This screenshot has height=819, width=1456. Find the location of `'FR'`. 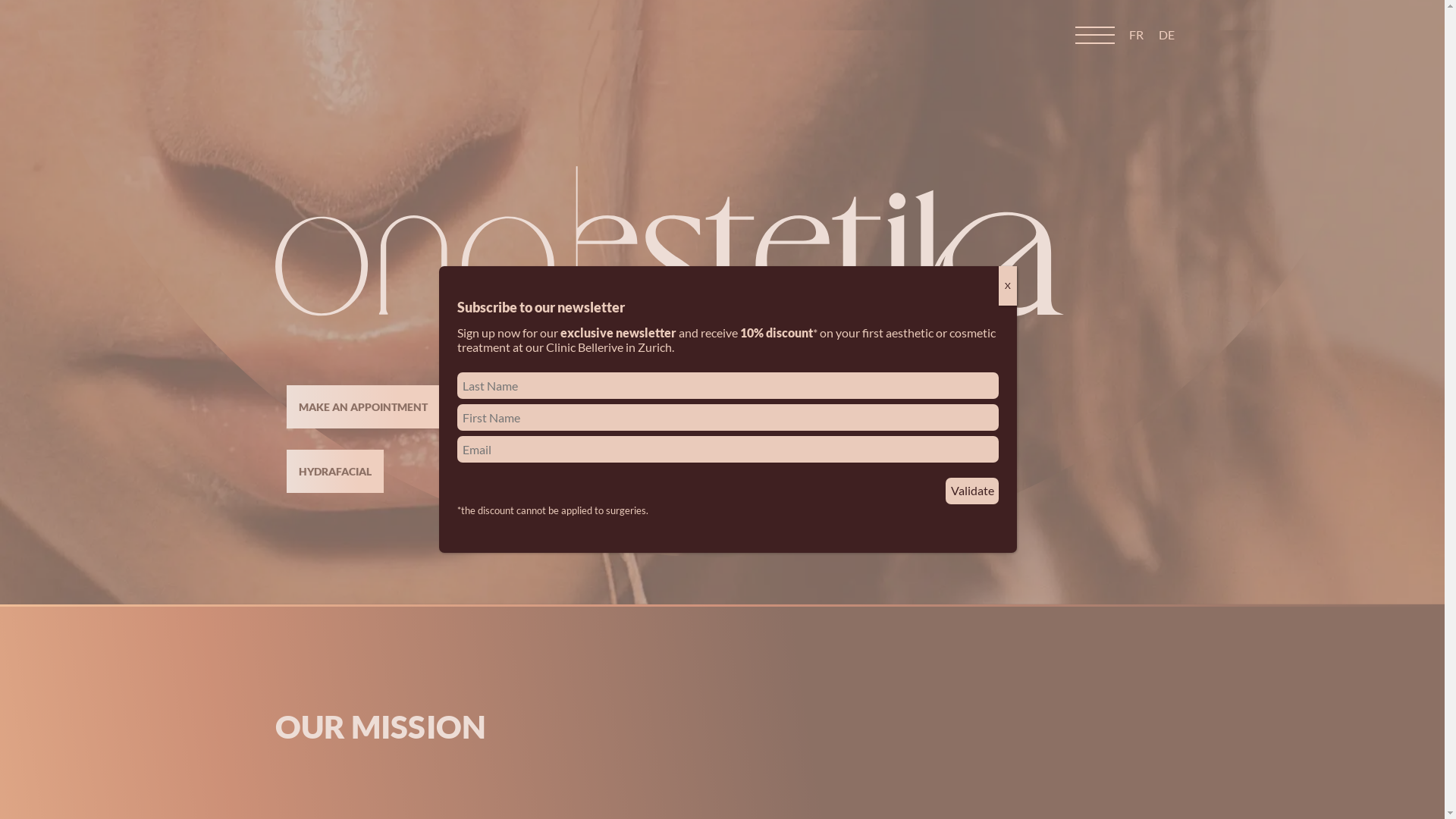

'FR' is located at coordinates (1136, 34).